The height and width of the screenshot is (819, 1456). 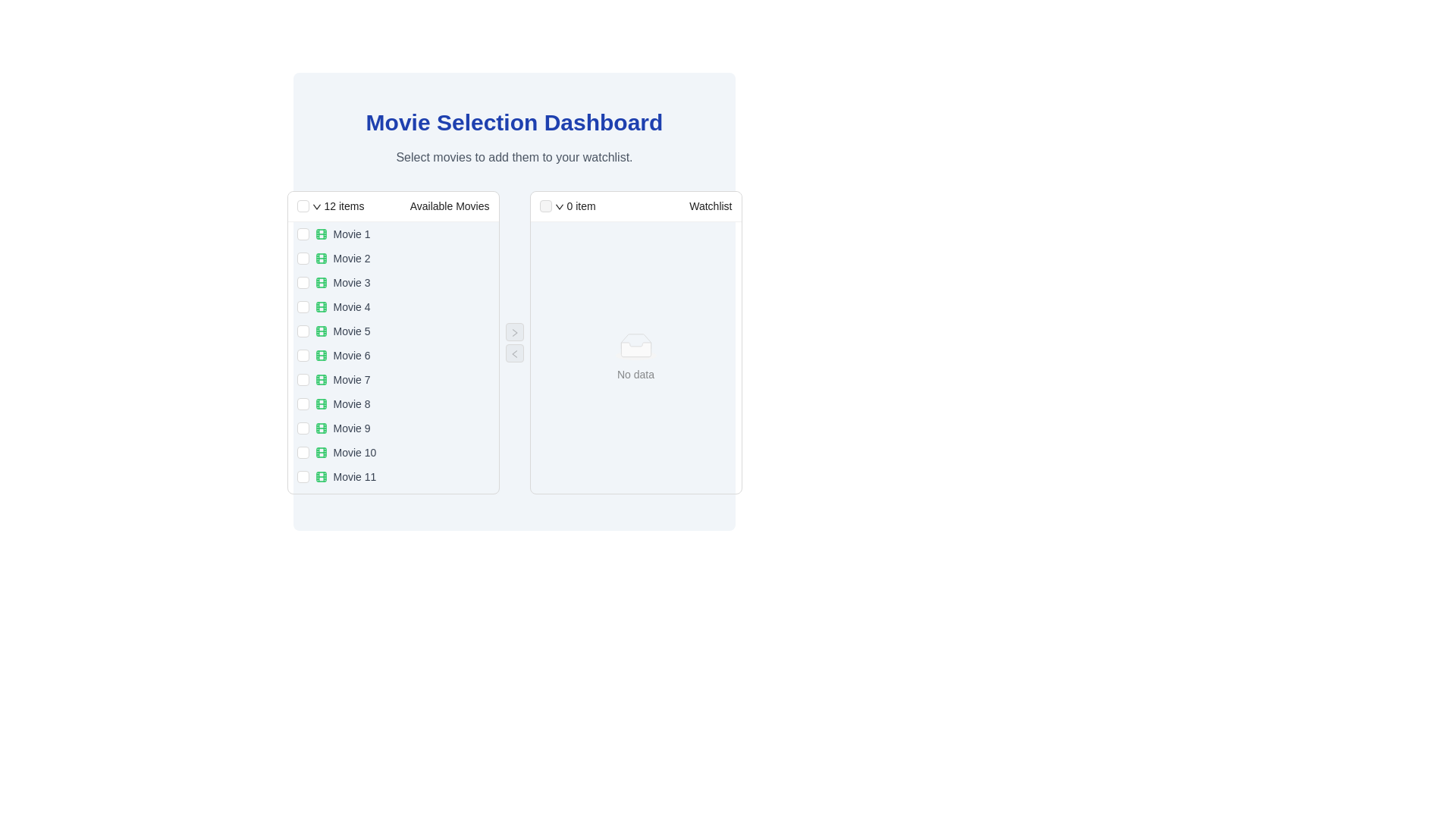 I want to click on the small green film strip icon located next to the text 'Movie 1' in the movie list, so click(x=320, y=234).